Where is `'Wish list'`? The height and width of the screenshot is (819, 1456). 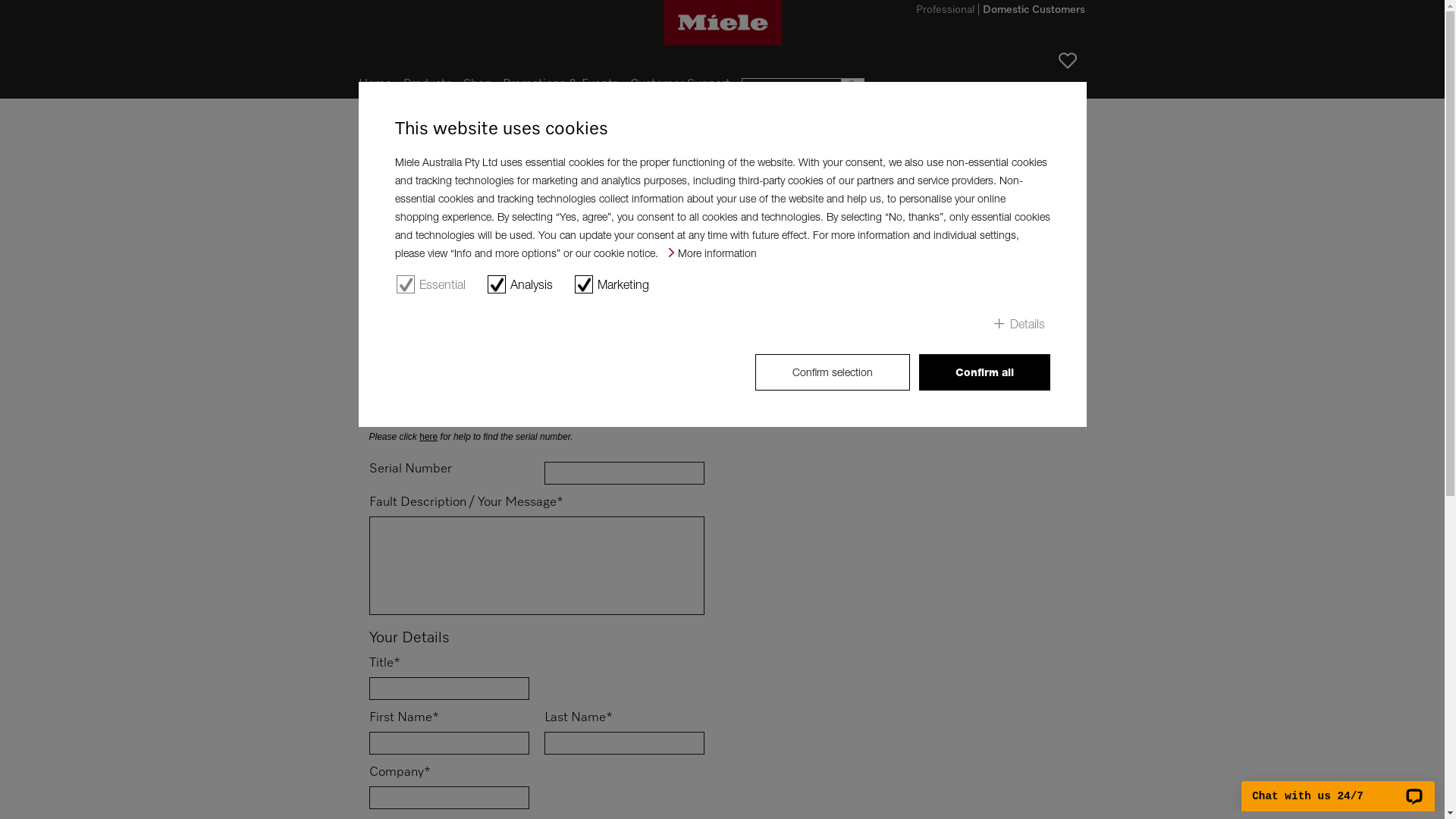
'Wish list' is located at coordinates (1058, 60).